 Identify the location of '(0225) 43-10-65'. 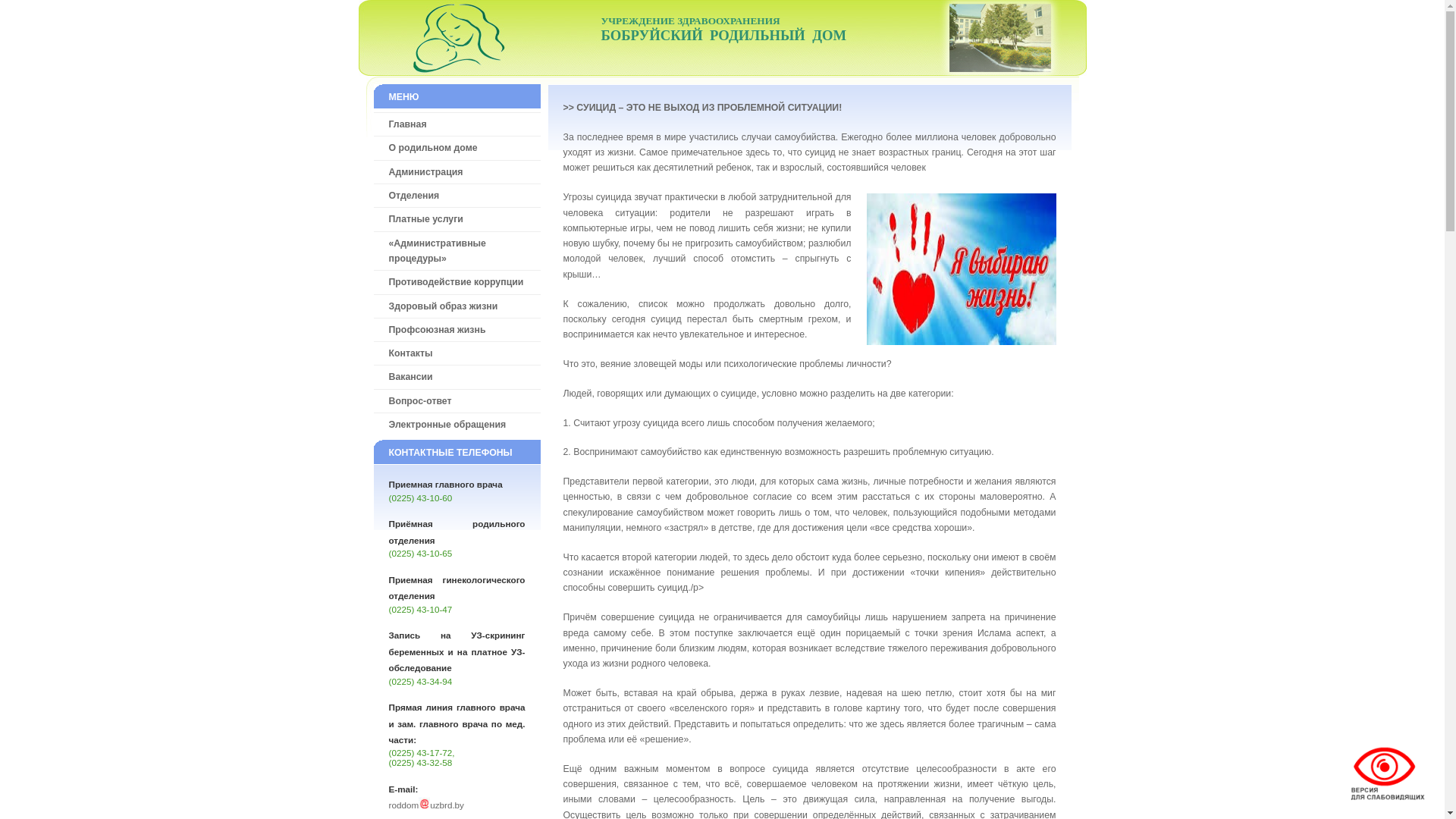
(419, 553).